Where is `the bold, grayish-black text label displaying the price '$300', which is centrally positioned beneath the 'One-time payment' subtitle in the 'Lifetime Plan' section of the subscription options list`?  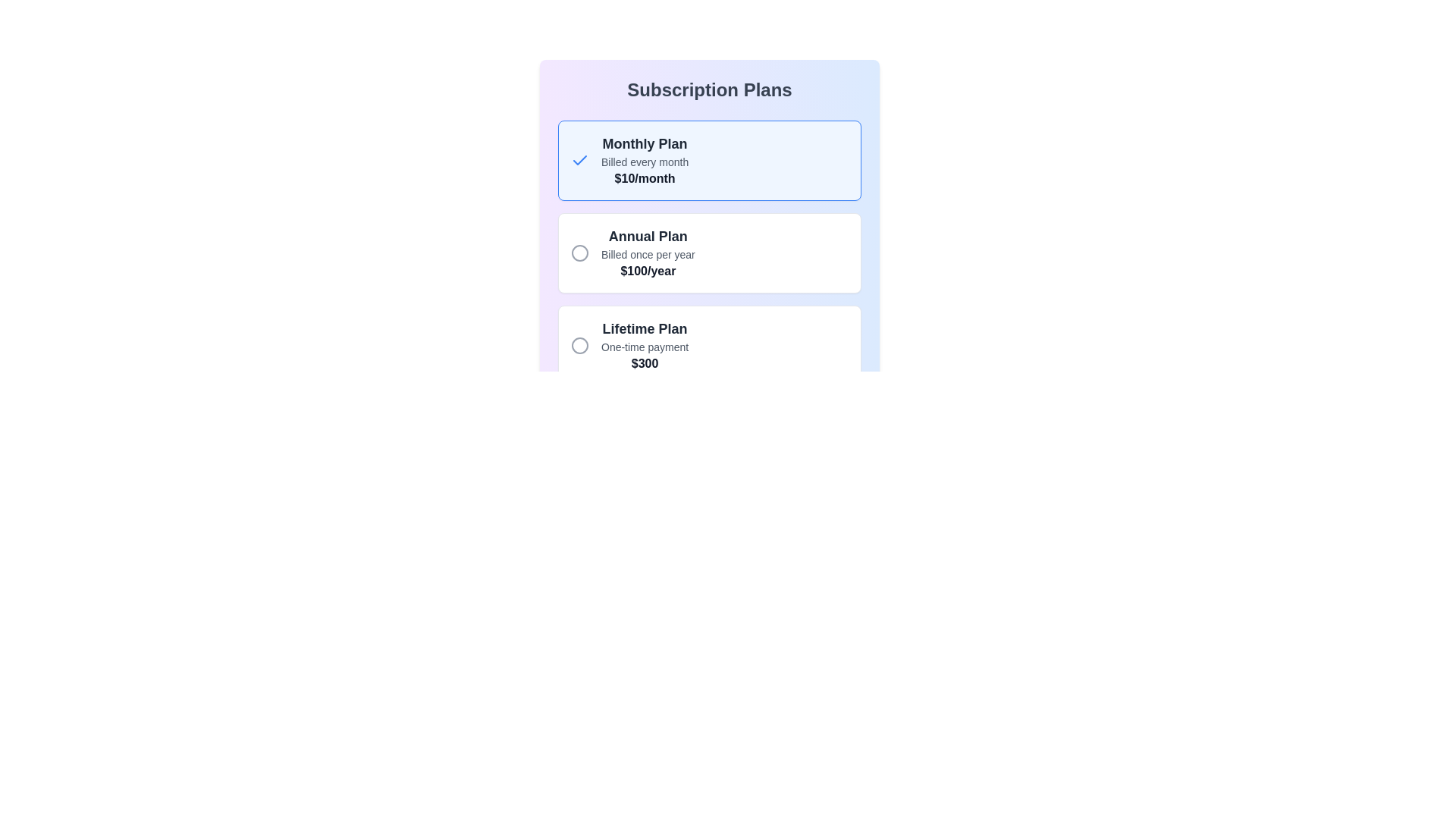
the bold, grayish-black text label displaying the price '$300', which is centrally positioned beneath the 'One-time payment' subtitle in the 'Lifetime Plan' section of the subscription options list is located at coordinates (645, 363).